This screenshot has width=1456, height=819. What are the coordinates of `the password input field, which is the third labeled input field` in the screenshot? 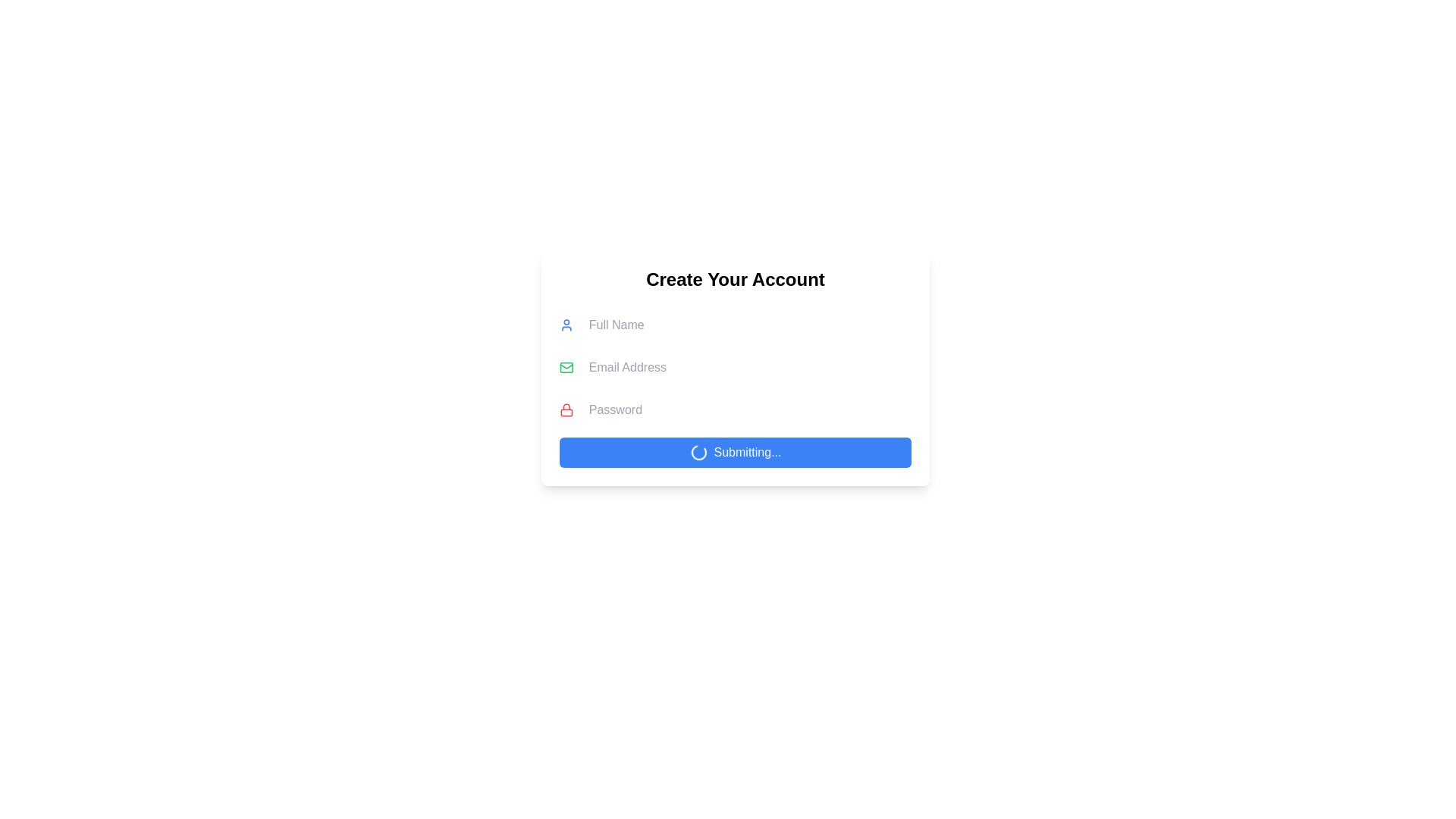 It's located at (735, 409).